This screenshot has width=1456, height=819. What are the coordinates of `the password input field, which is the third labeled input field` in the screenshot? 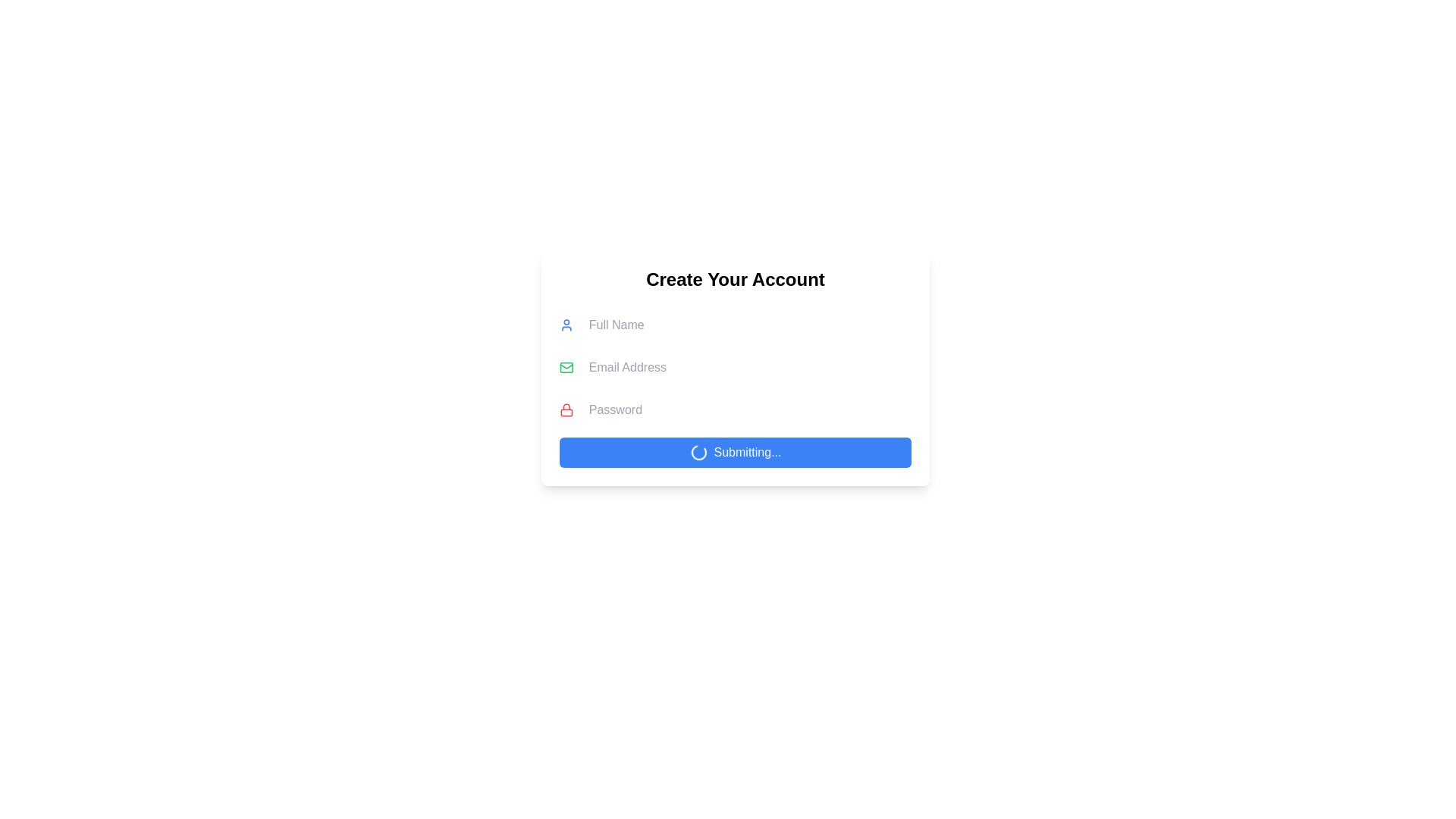 It's located at (735, 409).